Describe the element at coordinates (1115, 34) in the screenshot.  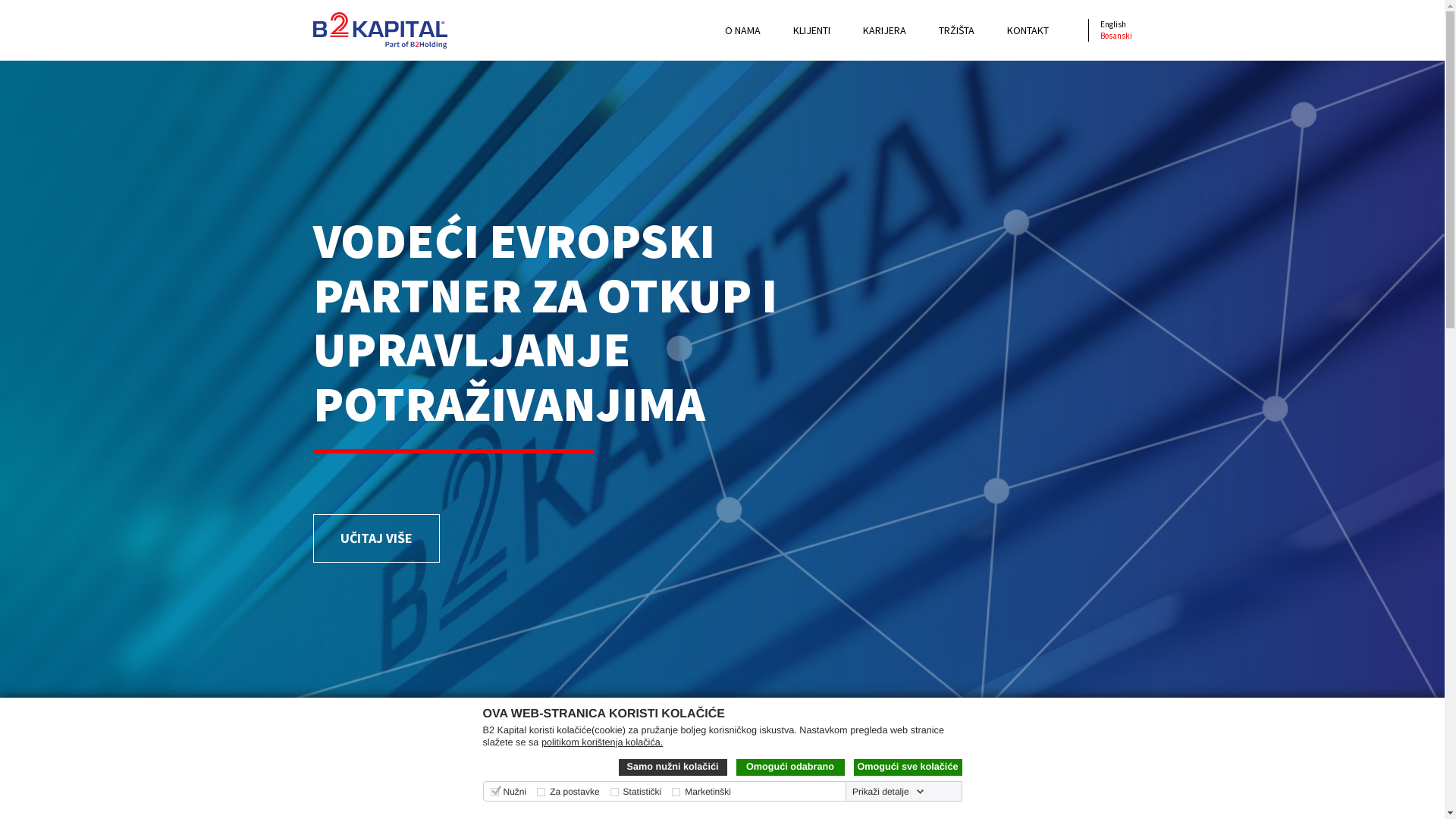
I see `'Bosanski'` at that location.